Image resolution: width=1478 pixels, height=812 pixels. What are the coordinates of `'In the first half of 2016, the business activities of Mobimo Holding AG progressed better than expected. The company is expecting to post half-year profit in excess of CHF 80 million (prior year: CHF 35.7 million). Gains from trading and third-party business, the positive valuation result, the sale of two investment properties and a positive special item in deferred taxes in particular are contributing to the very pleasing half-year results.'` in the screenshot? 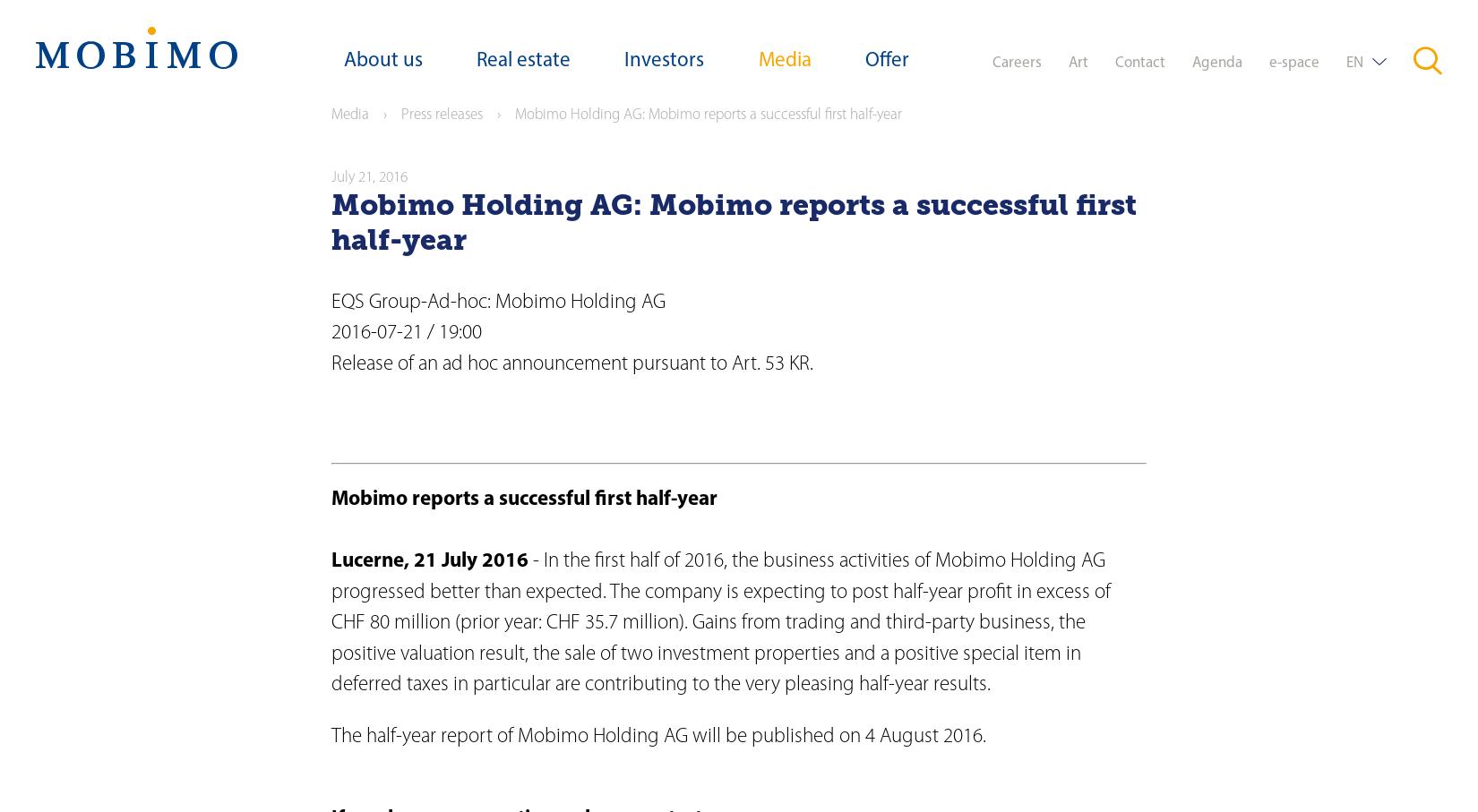 It's located at (720, 622).